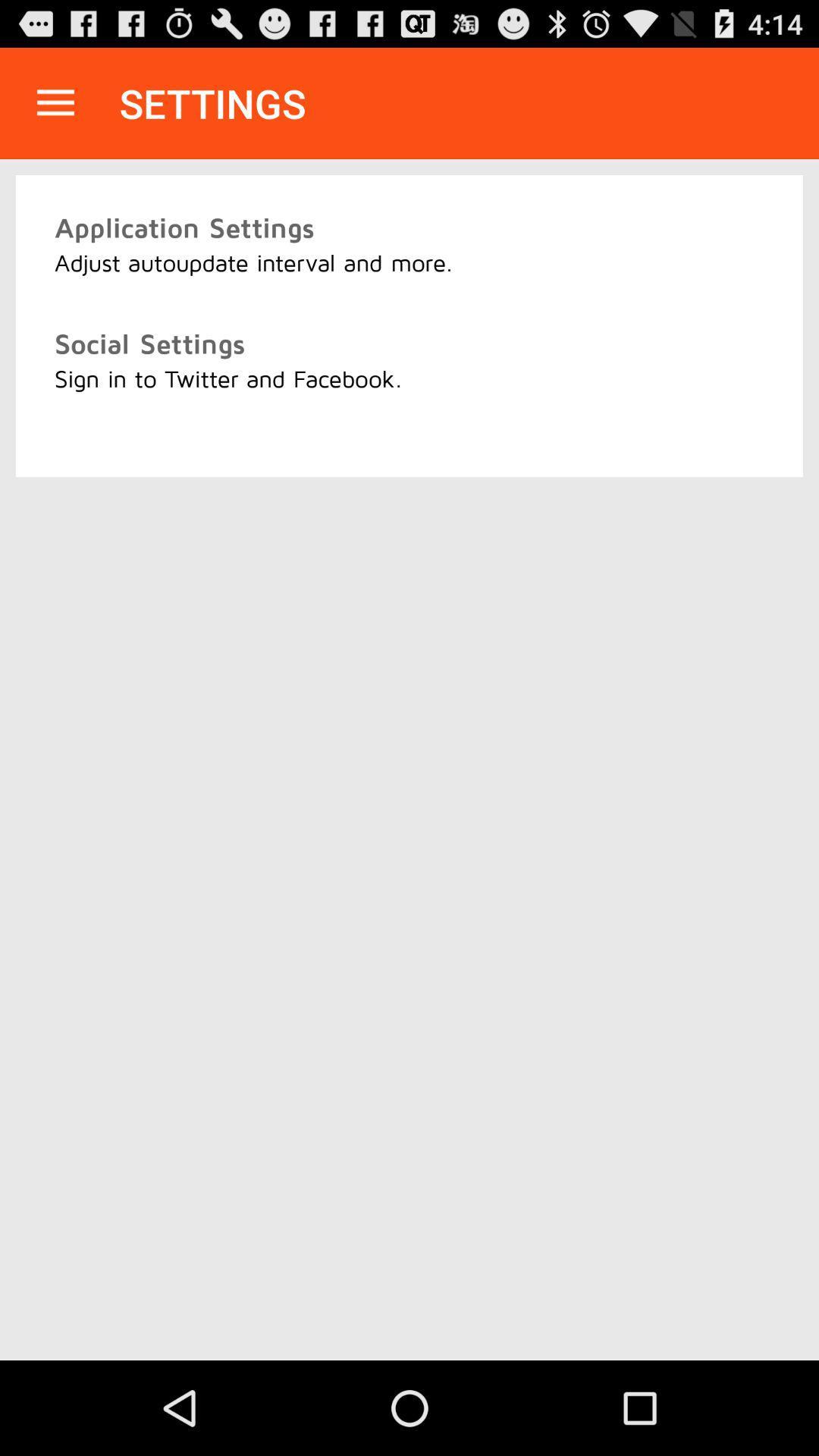 The width and height of the screenshot is (819, 1456). I want to click on menu options, so click(55, 102).